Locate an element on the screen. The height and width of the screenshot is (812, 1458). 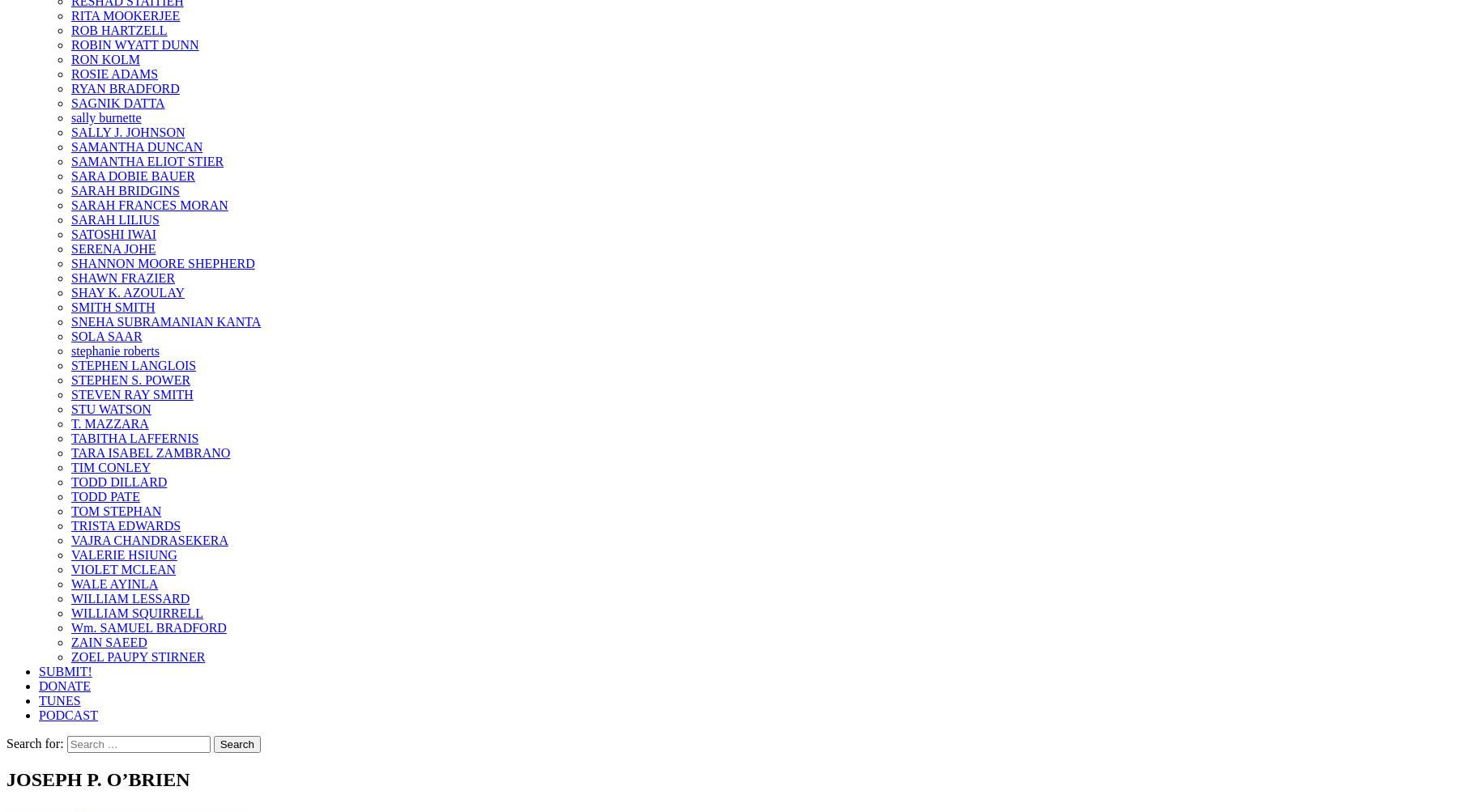
'VALERIE HSIUNG' is located at coordinates (124, 555).